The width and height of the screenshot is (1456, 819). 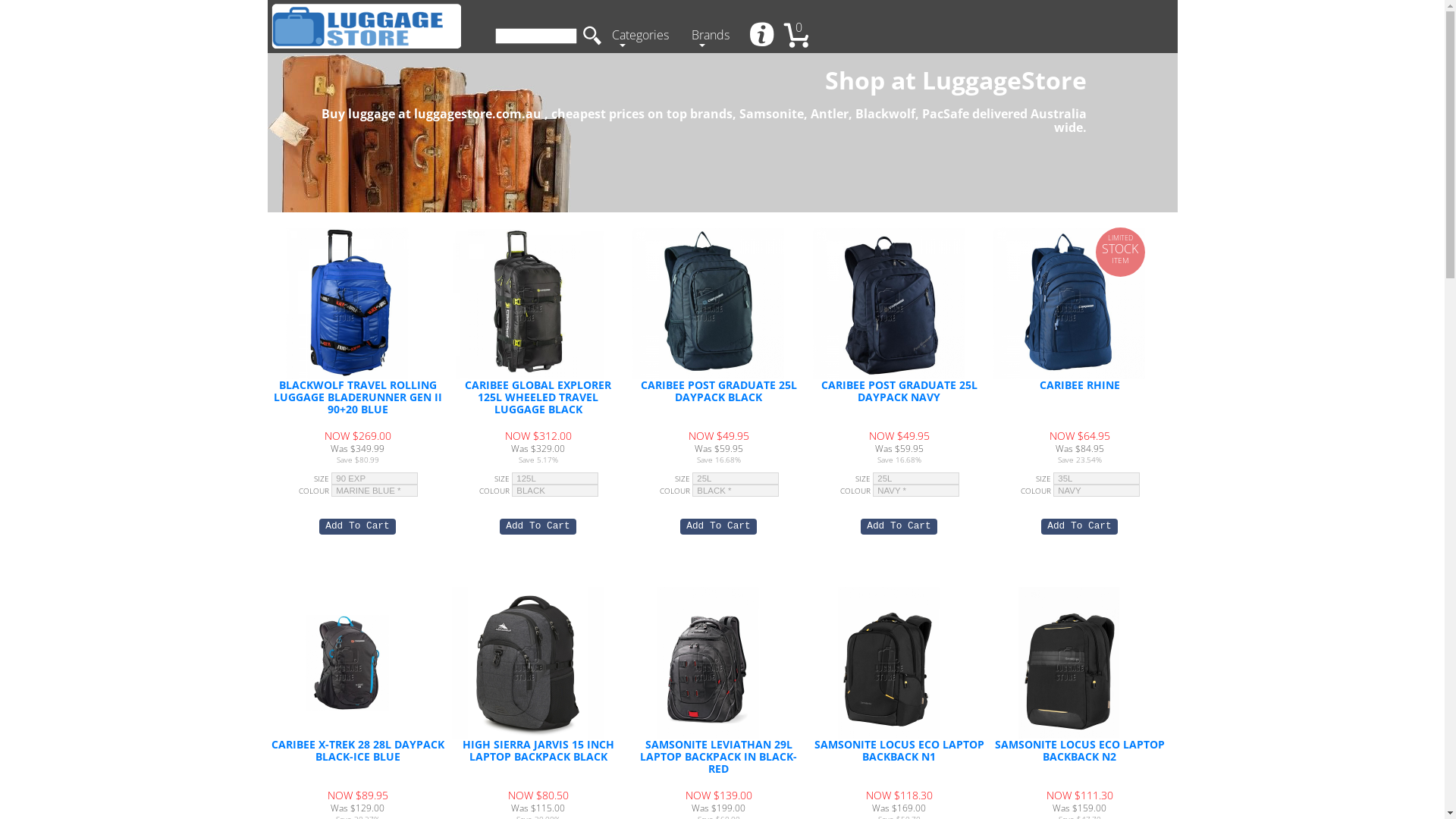 What do you see at coordinates (535, 35) in the screenshot?
I see `'Product Search'` at bounding box center [535, 35].